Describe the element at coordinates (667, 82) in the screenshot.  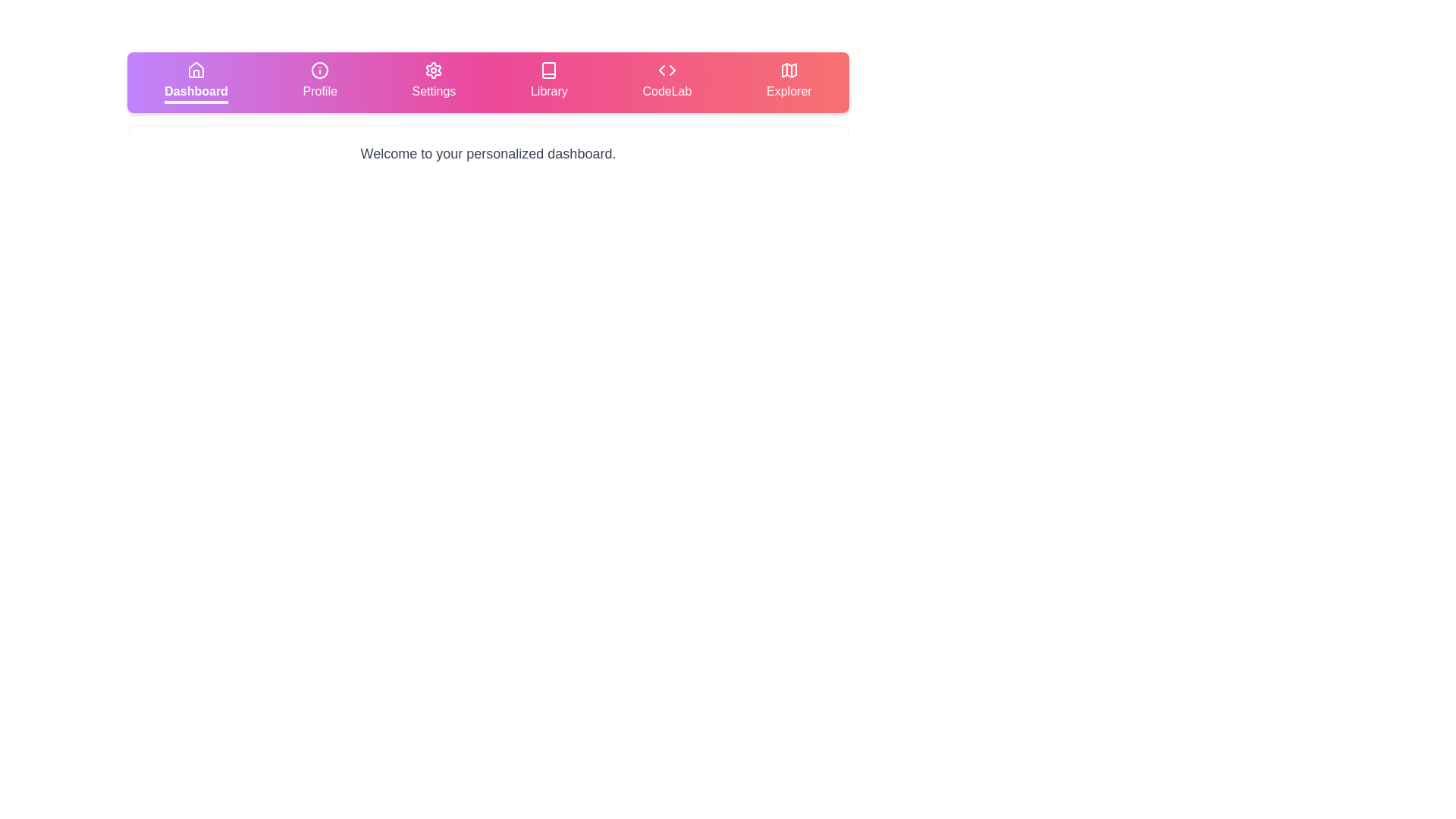
I see `the tab labeled CodeLab to observe the visual feedback` at that location.